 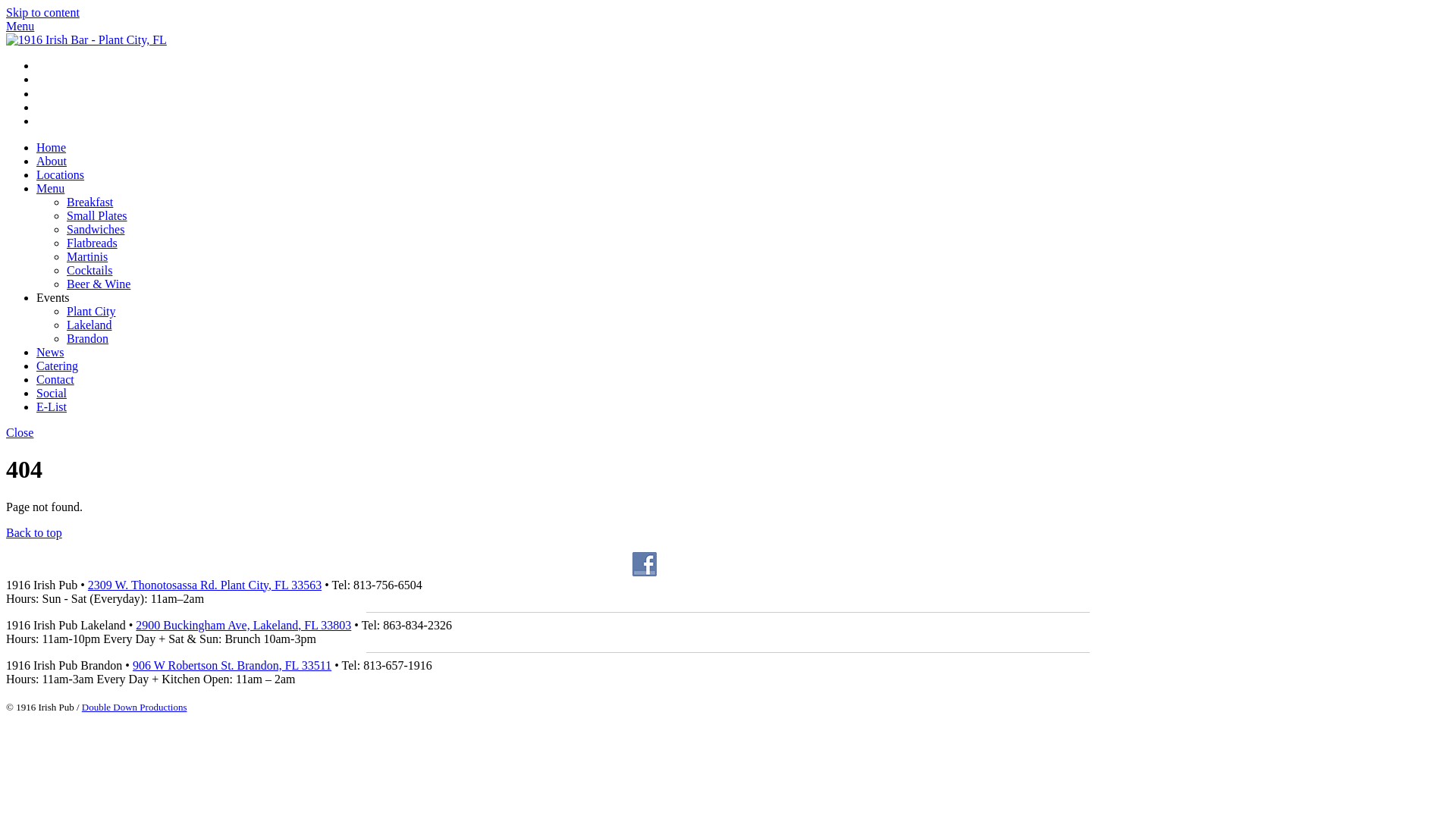 What do you see at coordinates (89, 324) in the screenshot?
I see `'Lakeland'` at bounding box center [89, 324].